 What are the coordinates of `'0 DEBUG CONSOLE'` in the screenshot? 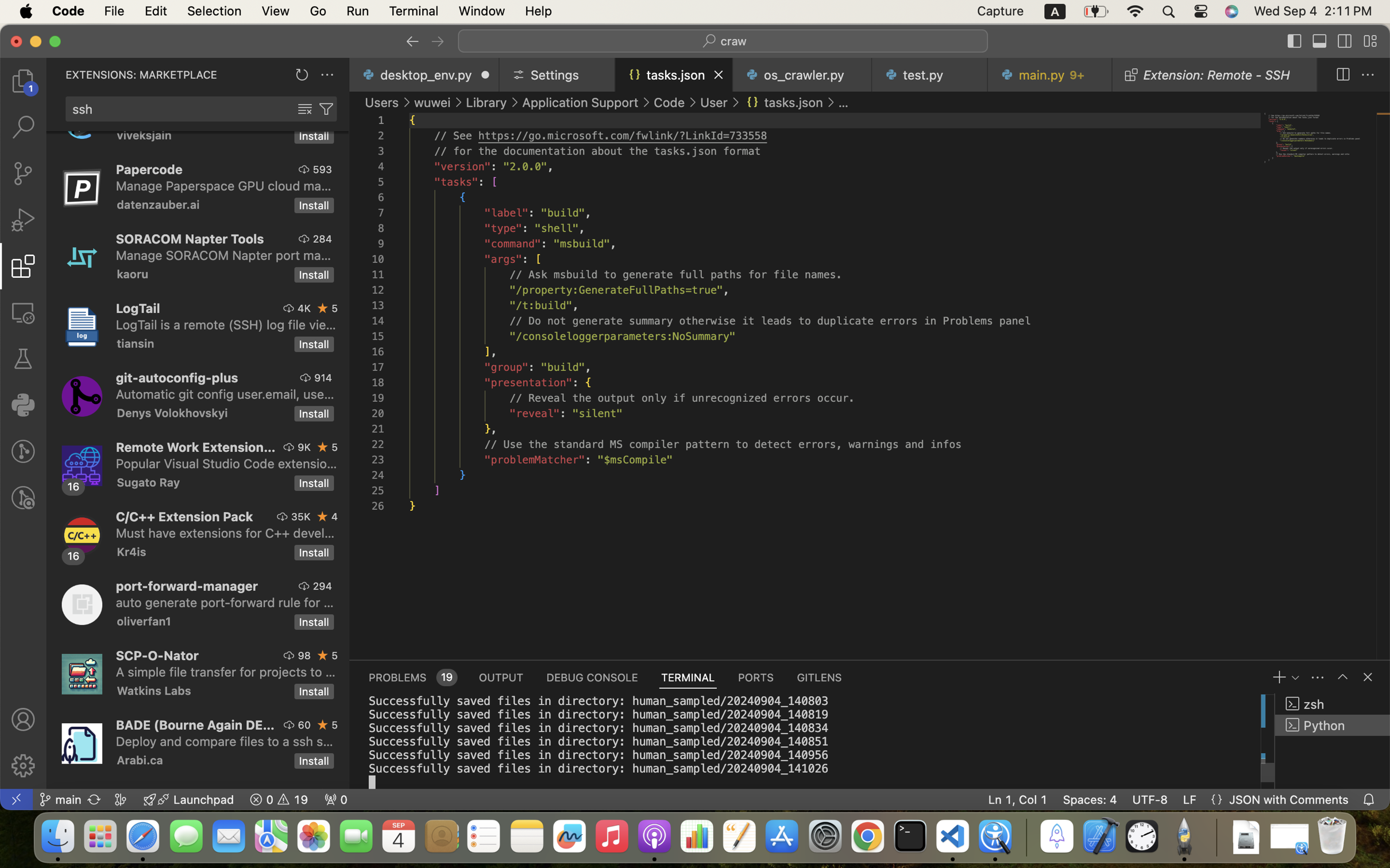 It's located at (591, 677).